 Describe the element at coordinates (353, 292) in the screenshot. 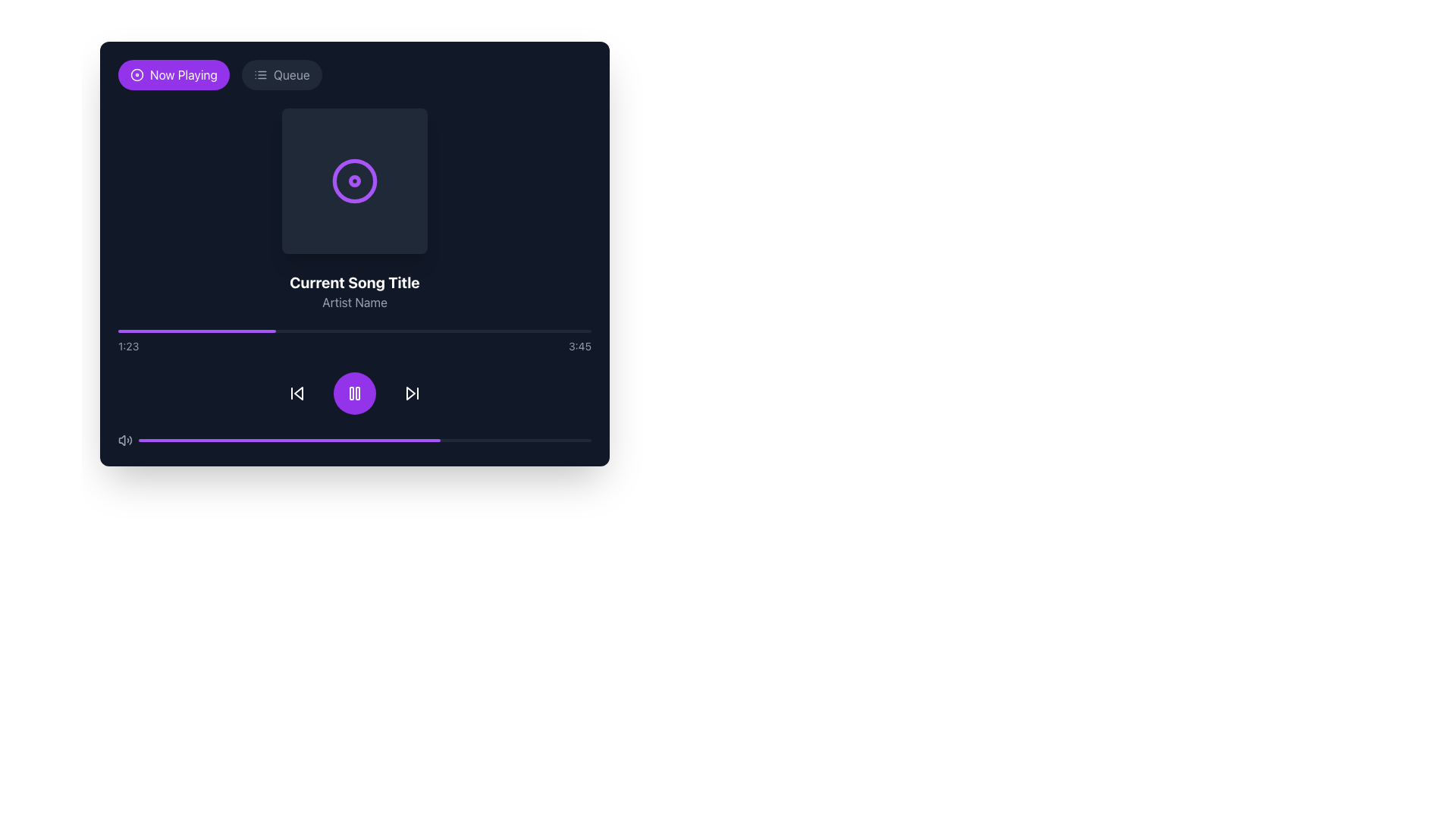

I see `the text display element that shows 'Current Song Title' in a bold, large font and 'Artist Name' in a lighter, smaller font, centrally positioned below the graphical disc` at that location.